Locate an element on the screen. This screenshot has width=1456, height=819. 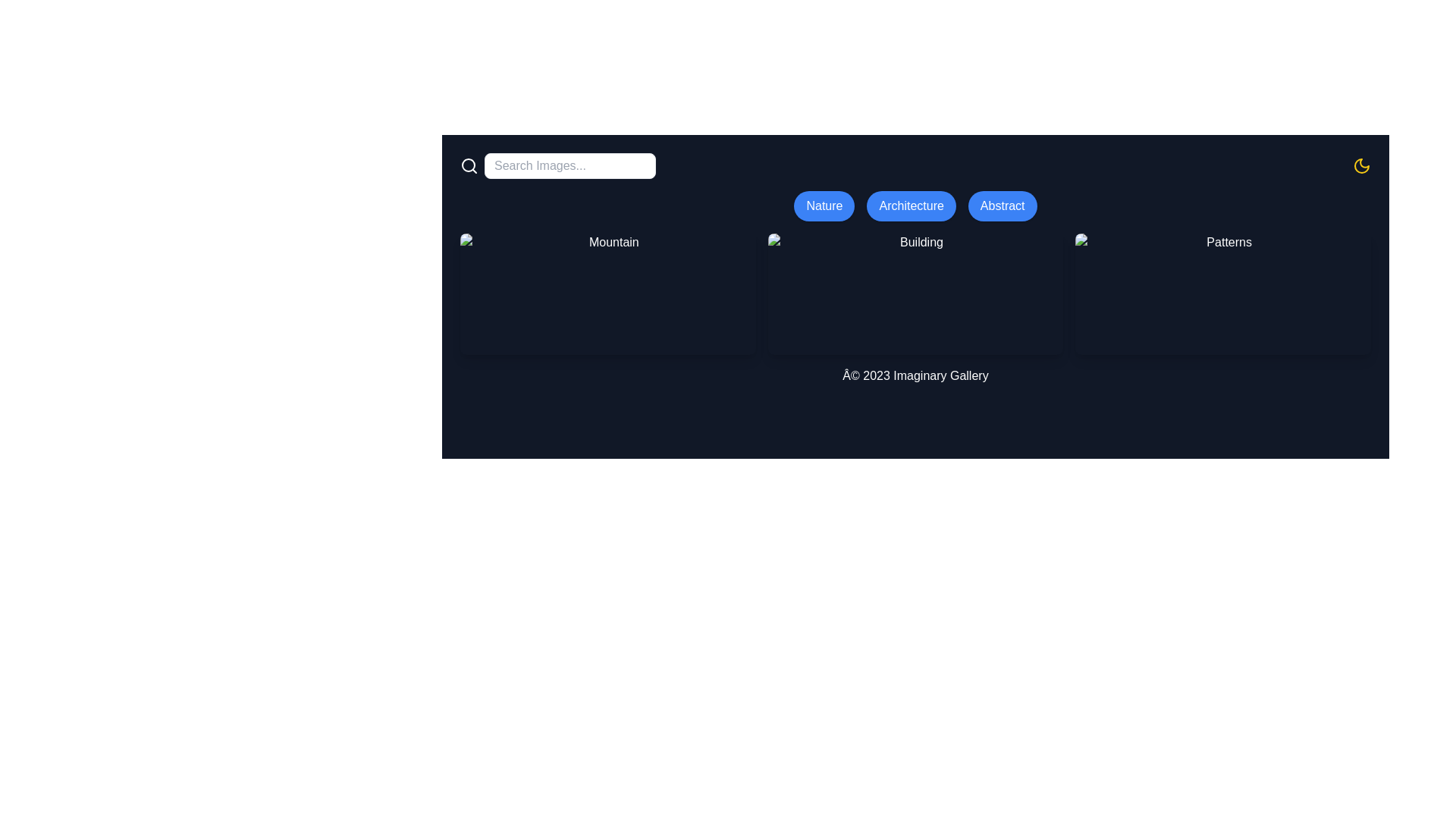
the moon-shaped icon located at the top-right corner of the interface is located at coordinates (1361, 166).